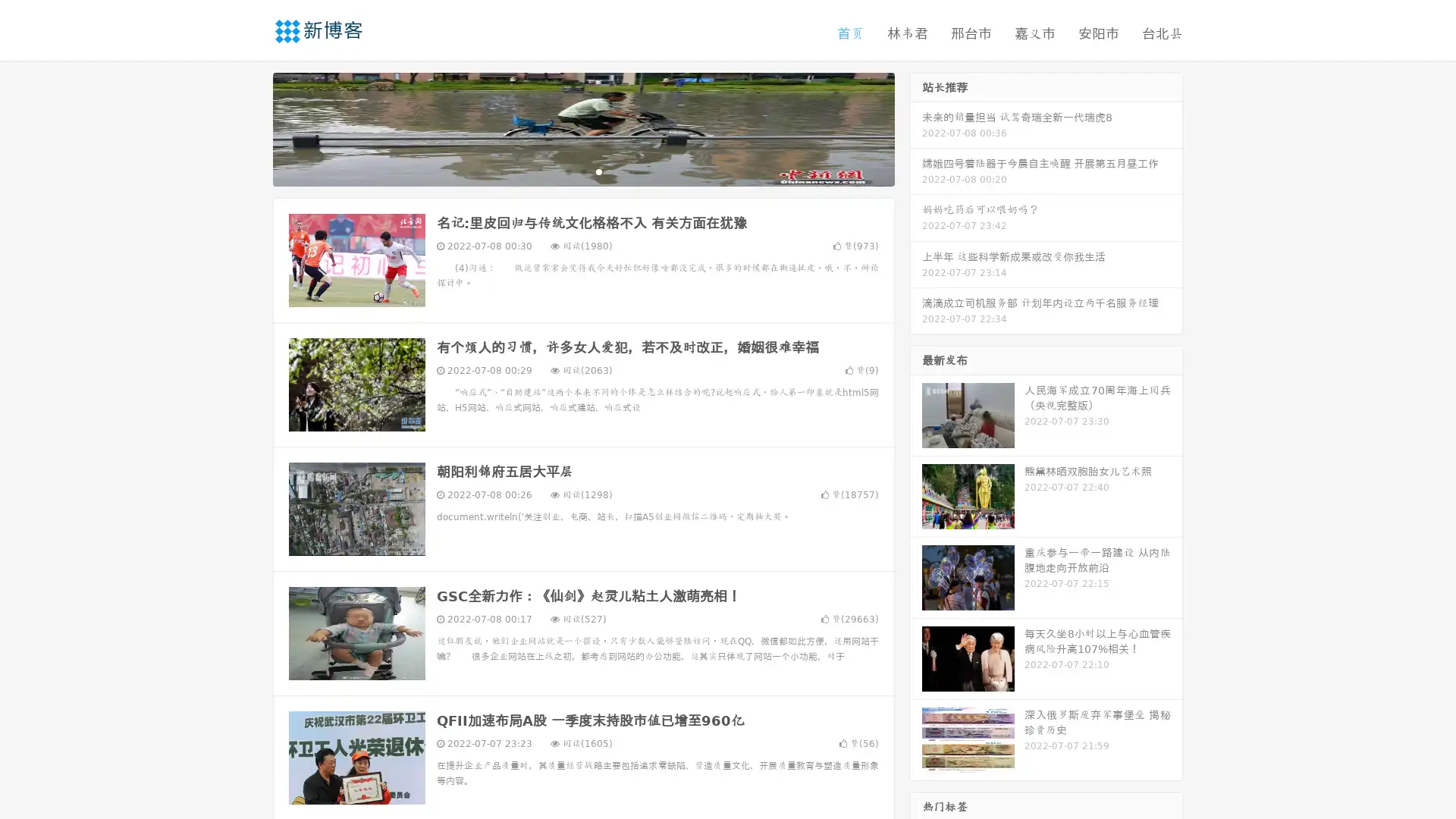 The image size is (1456, 819). Describe the element at coordinates (598, 171) in the screenshot. I see `Go to slide 3` at that location.